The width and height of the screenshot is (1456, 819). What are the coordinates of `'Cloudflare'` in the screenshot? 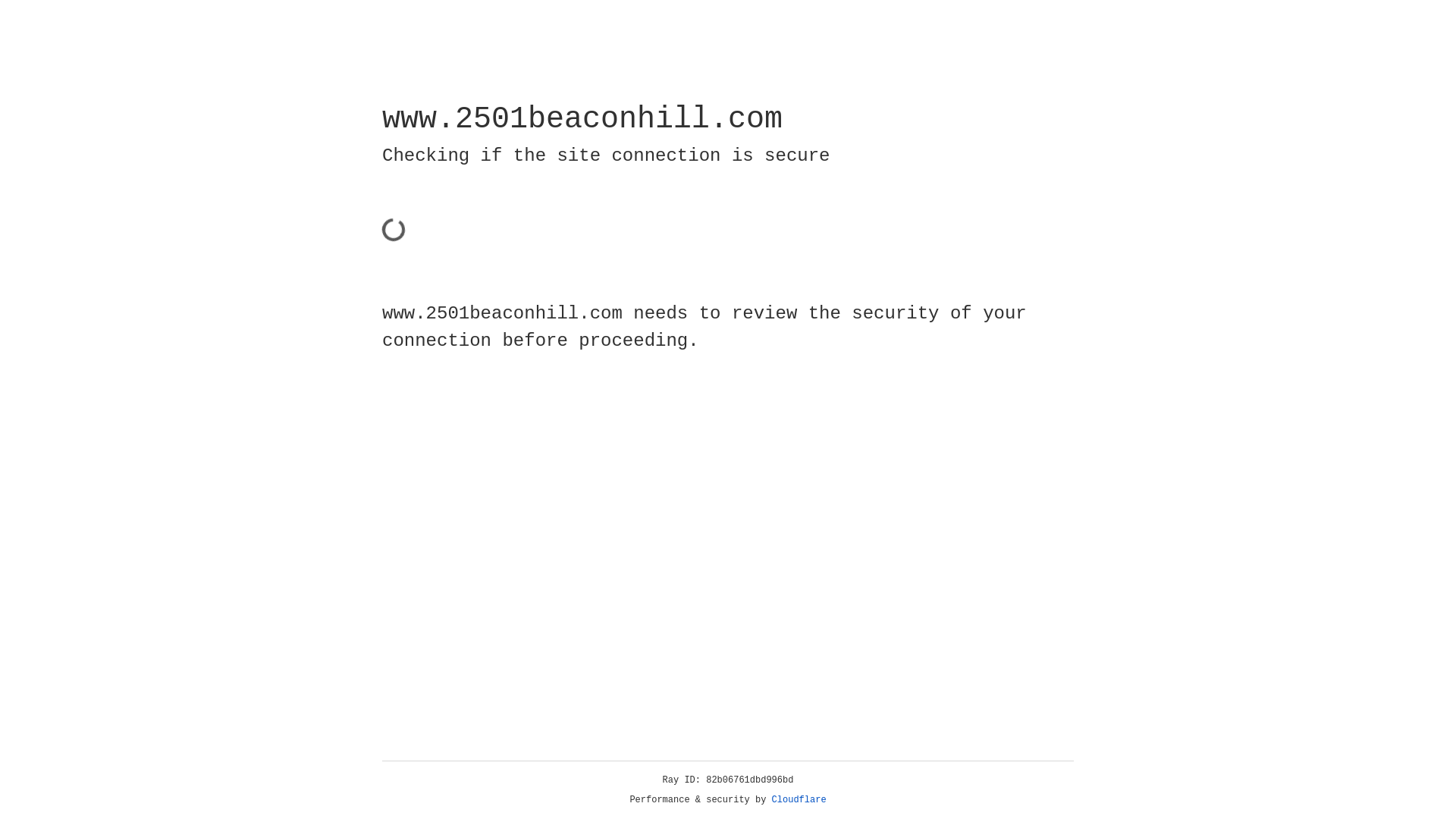 It's located at (771, 799).